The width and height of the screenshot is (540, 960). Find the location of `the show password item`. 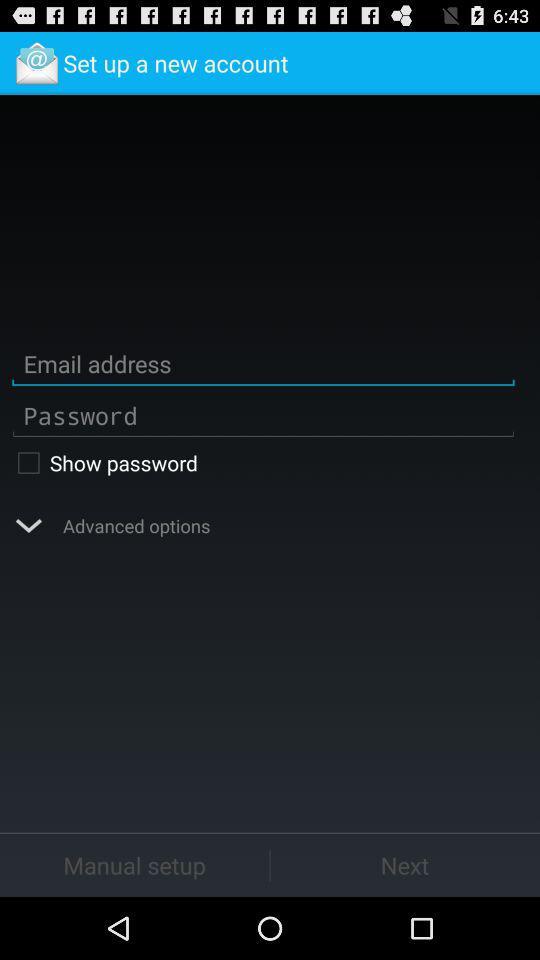

the show password item is located at coordinates (263, 462).